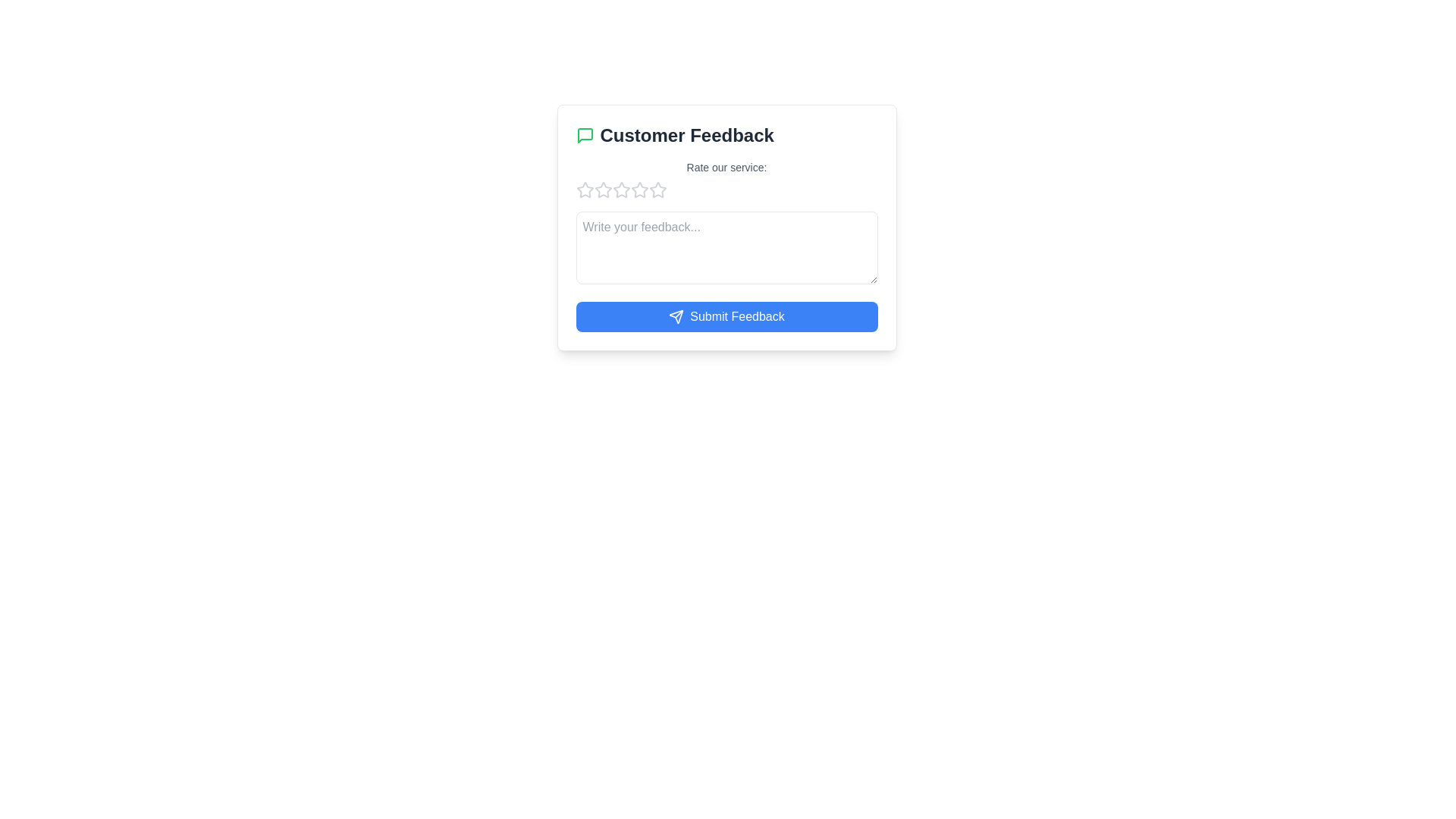 This screenshot has height=819, width=1456. I want to click on the leftmost star rating icon, which is gray and hollow, to rate one out of five in the user feedback form, so click(584, 189).